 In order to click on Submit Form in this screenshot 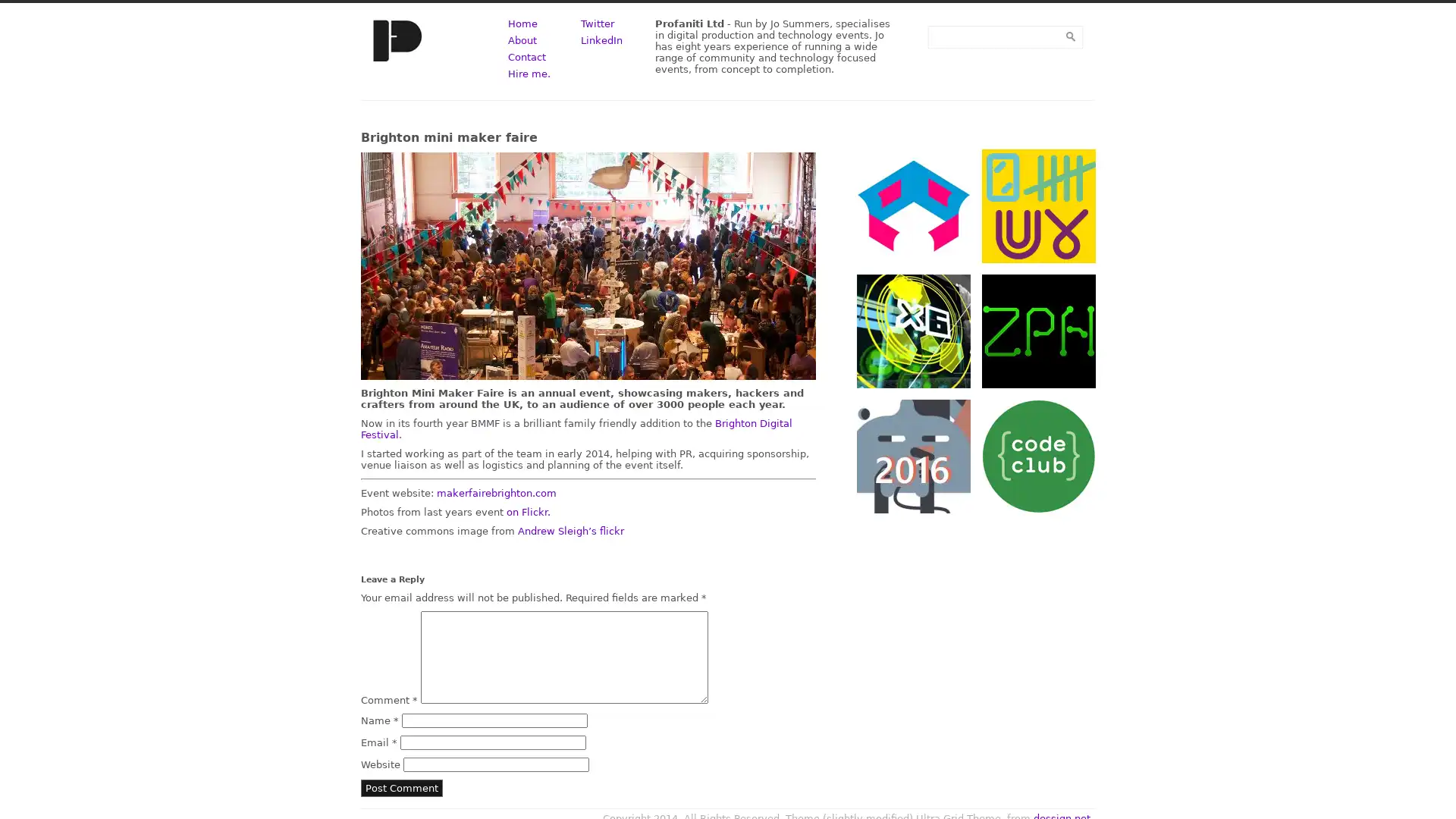, I will do `click(1069, 36)`.